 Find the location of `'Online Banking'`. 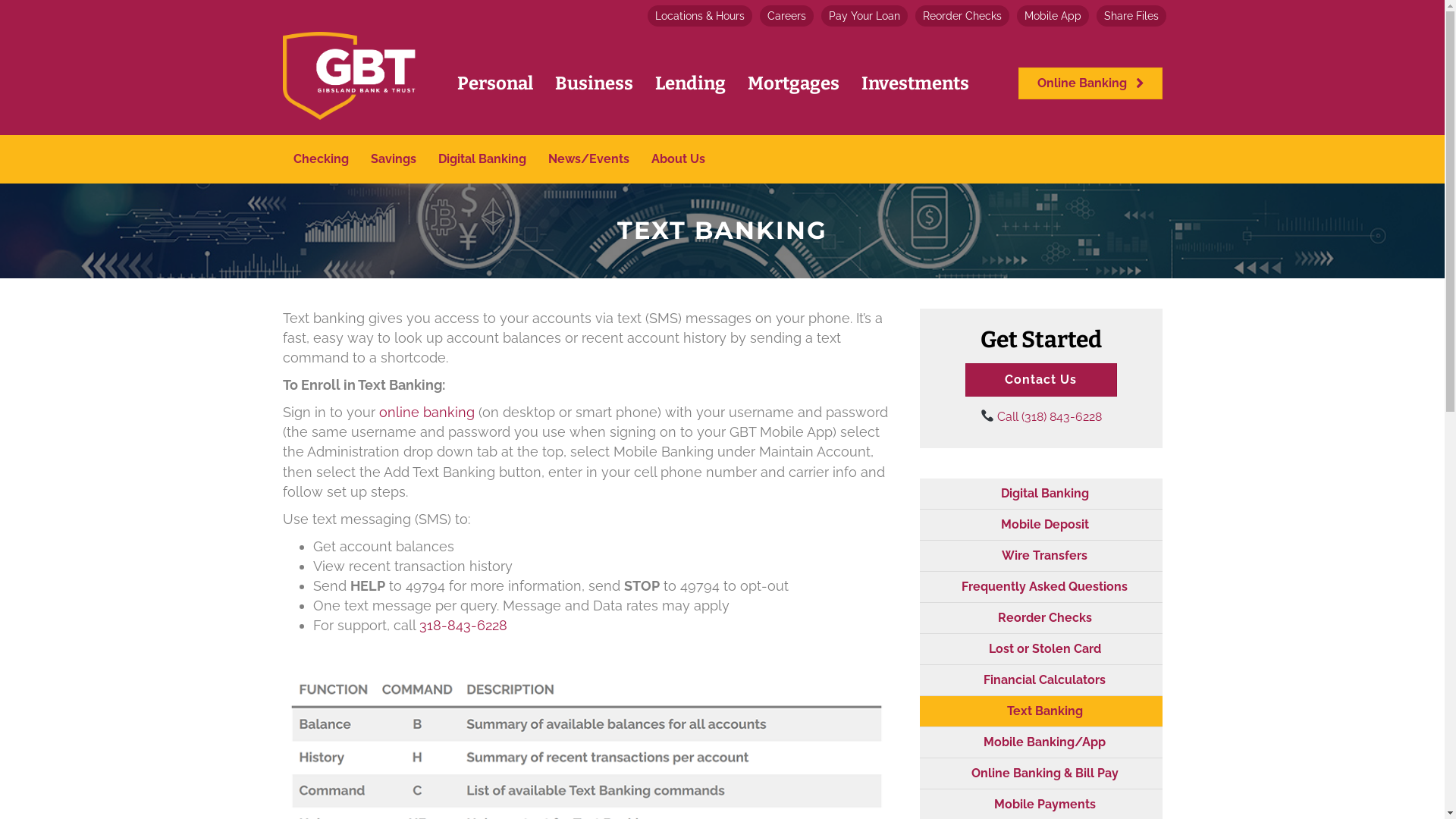

'Online Banking' is located at coordinates (1018, 83).